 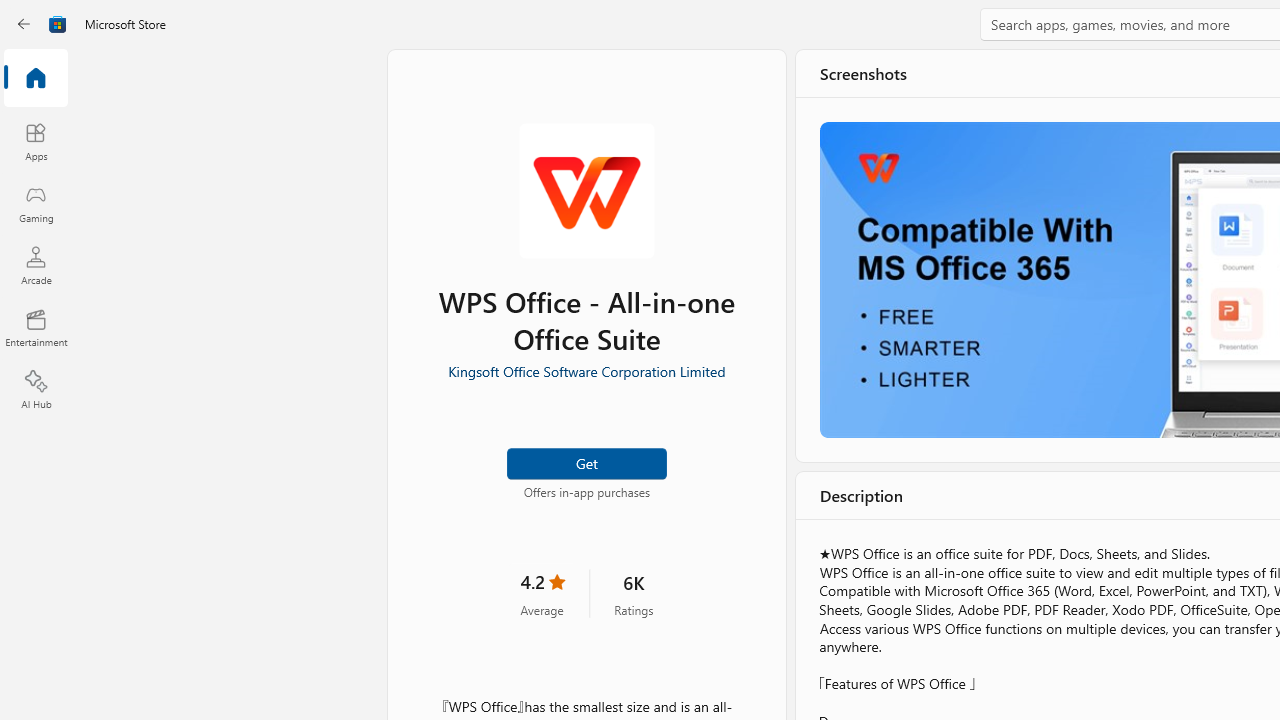 What do you see at coordinates (542, 591) in the screenshot?
I see `'4.2 stars. Click to skip to ratings and reviews'` at bounding box center [542, 591].